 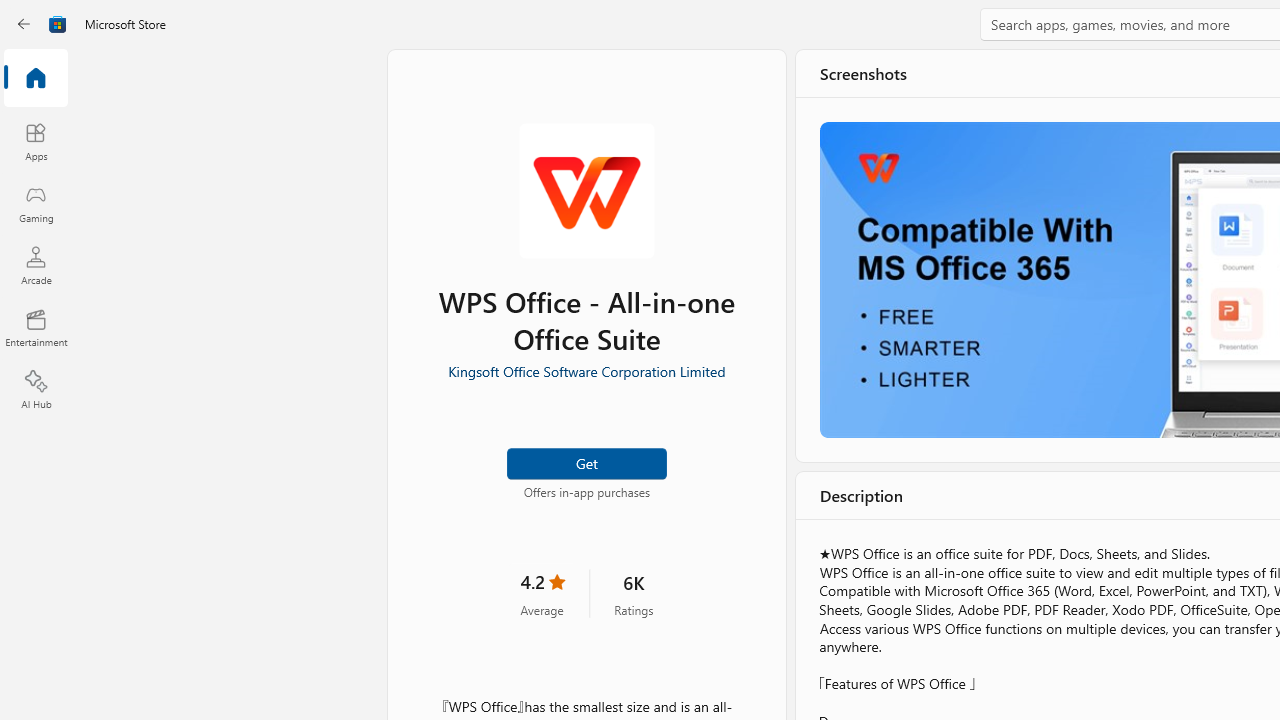 What do you see at coordinates (542, 591) in the screenshot?
I see `'4.2 stars. Click to skip to ratings and reviews'` at bounding box center [542, 591].